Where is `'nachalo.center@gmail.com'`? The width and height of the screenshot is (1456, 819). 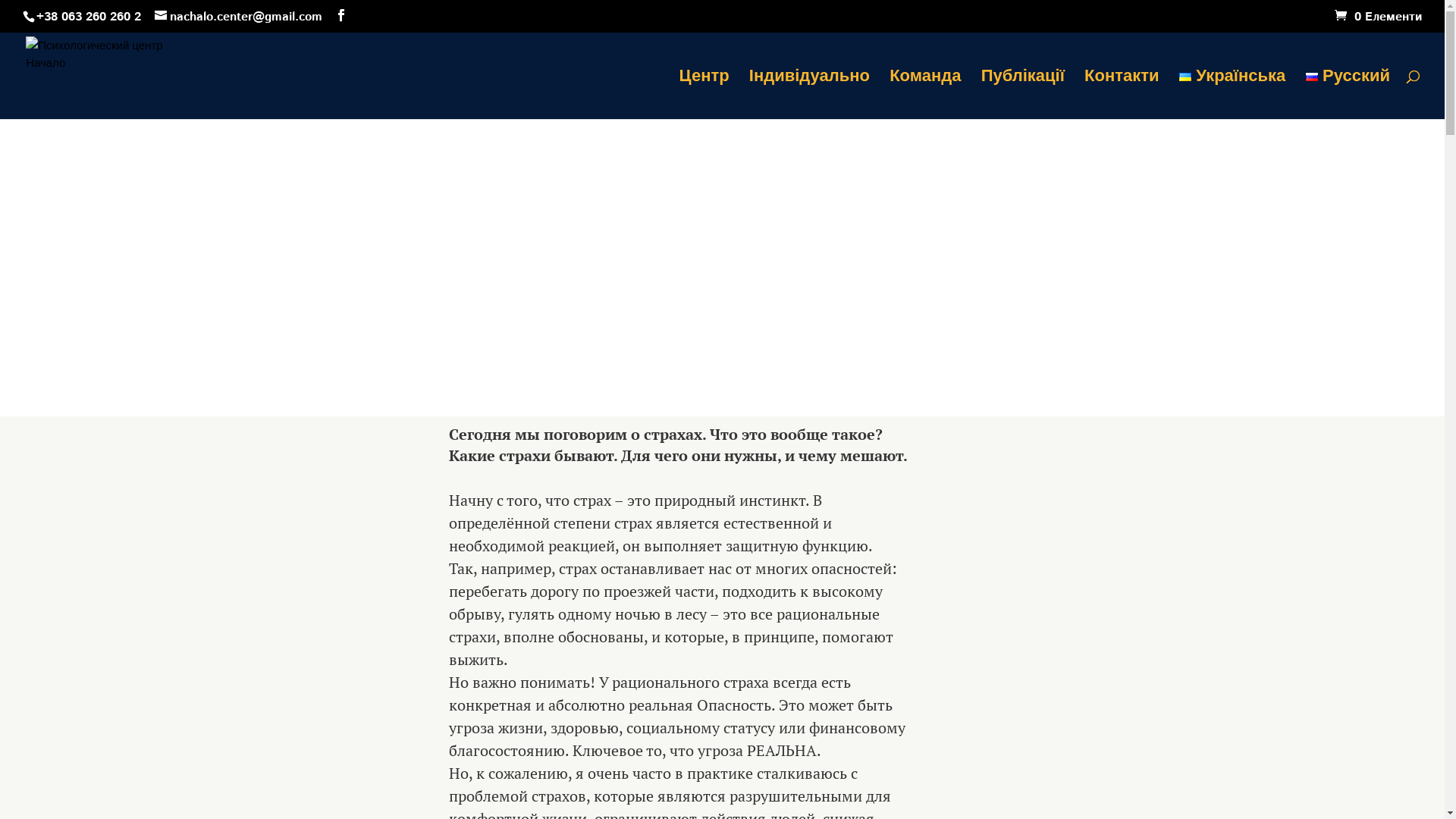 'nachalo.center@gmail.com' is located at coordinates (237, 17).